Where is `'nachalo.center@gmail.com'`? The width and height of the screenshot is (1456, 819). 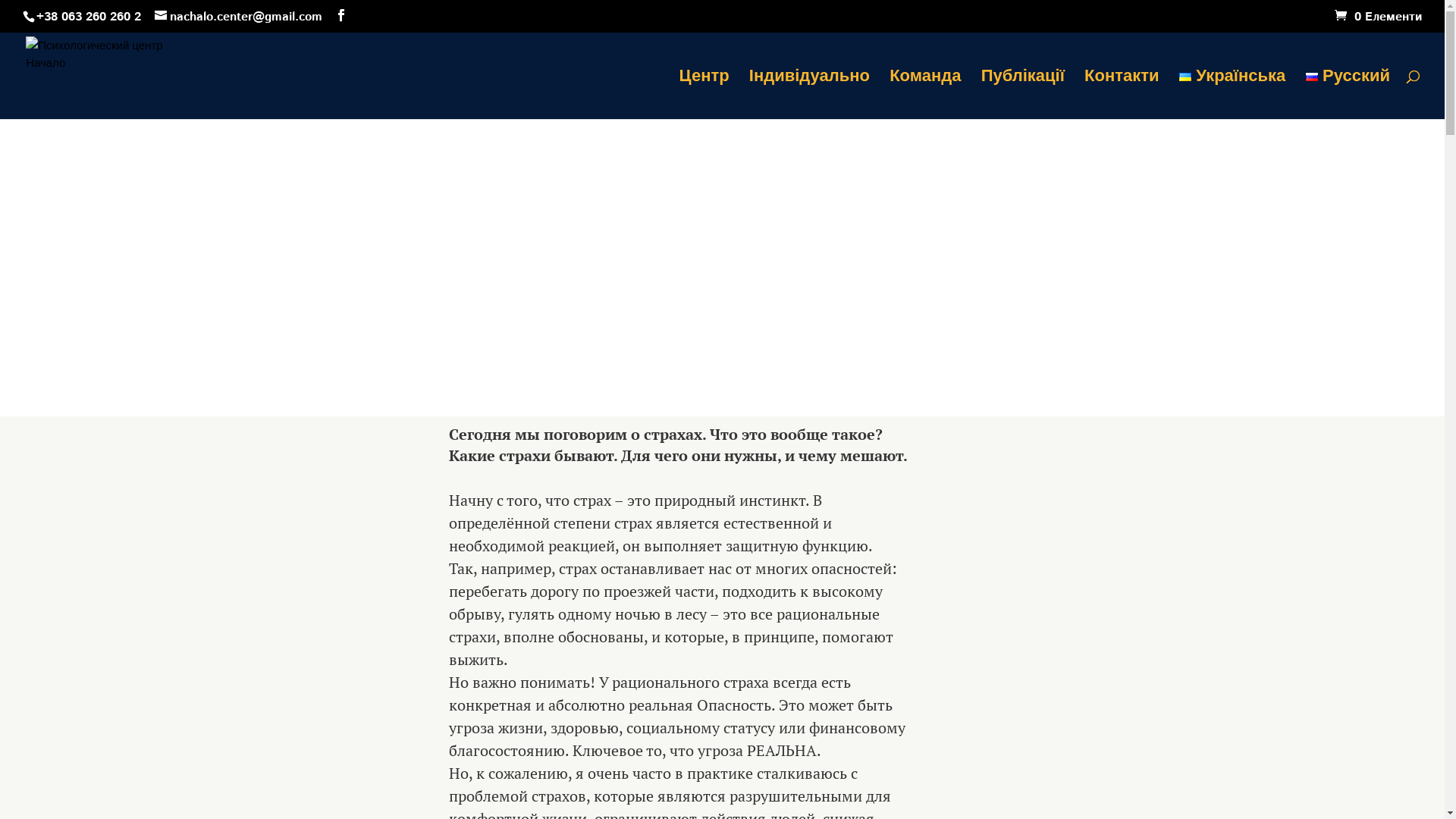 'nachalo.center@gmail.com' is located at coordinates (237, 17).